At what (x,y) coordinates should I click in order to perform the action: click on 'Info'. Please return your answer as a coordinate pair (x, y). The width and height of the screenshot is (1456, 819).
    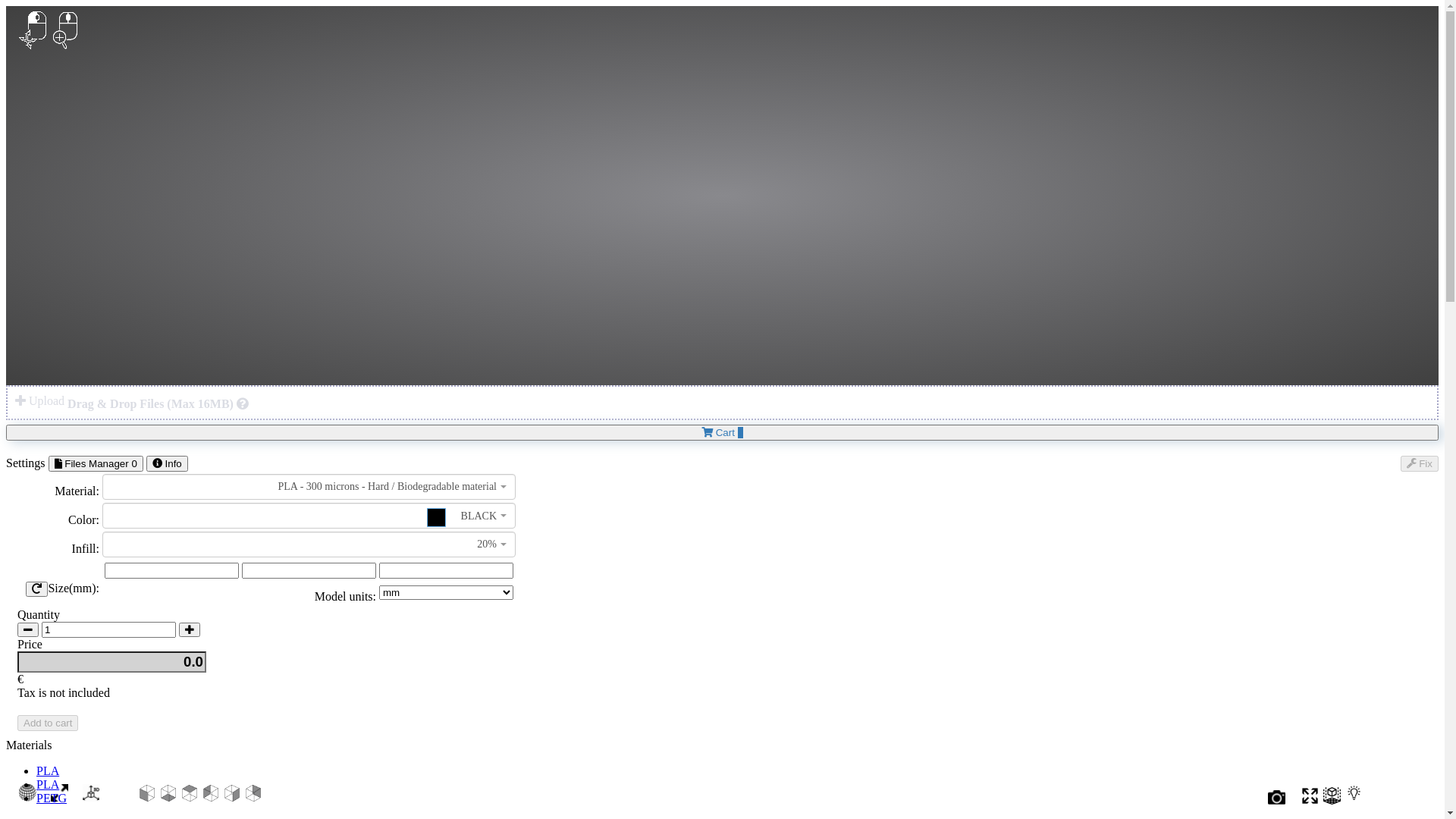
    Looking at the image, I should click on (167, 463).